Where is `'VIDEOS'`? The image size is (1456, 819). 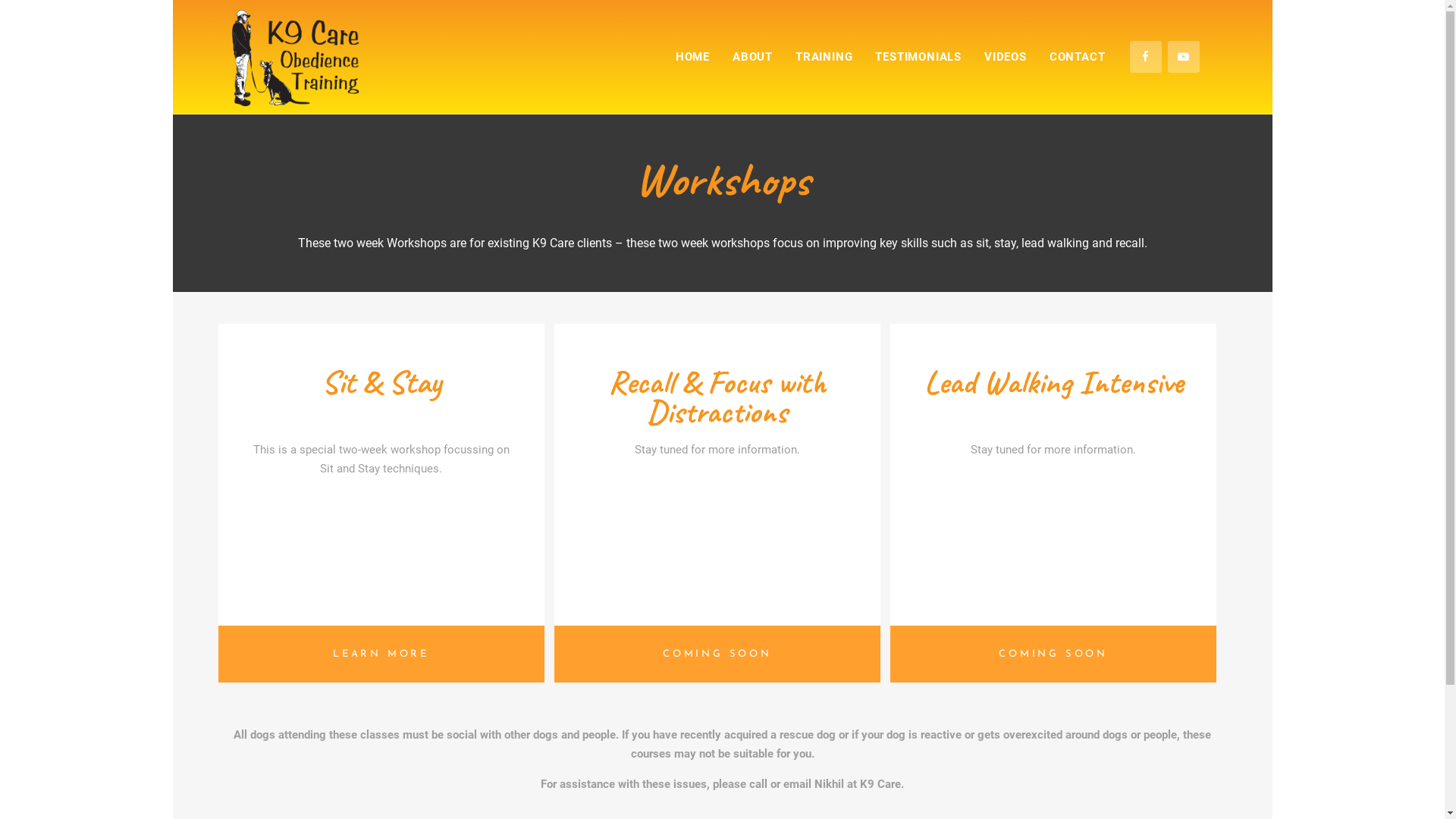
'VIDEOS' is located at coordinates (1005, 55).